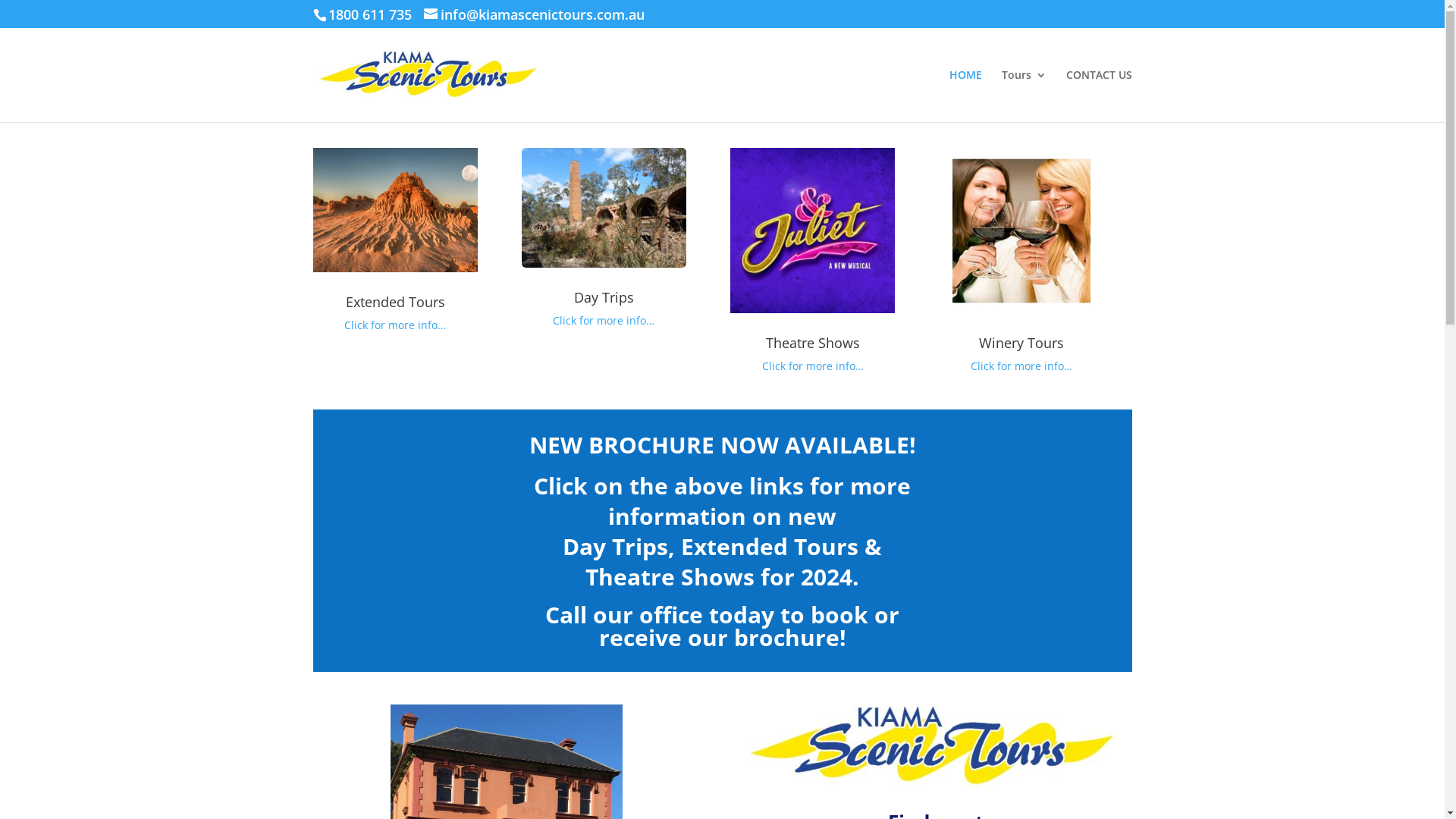 This screenshot has height=819, width=1456. Describe the element at coordinates (603, 297) in the screenshot. I see `'Day Trips'` at that location.